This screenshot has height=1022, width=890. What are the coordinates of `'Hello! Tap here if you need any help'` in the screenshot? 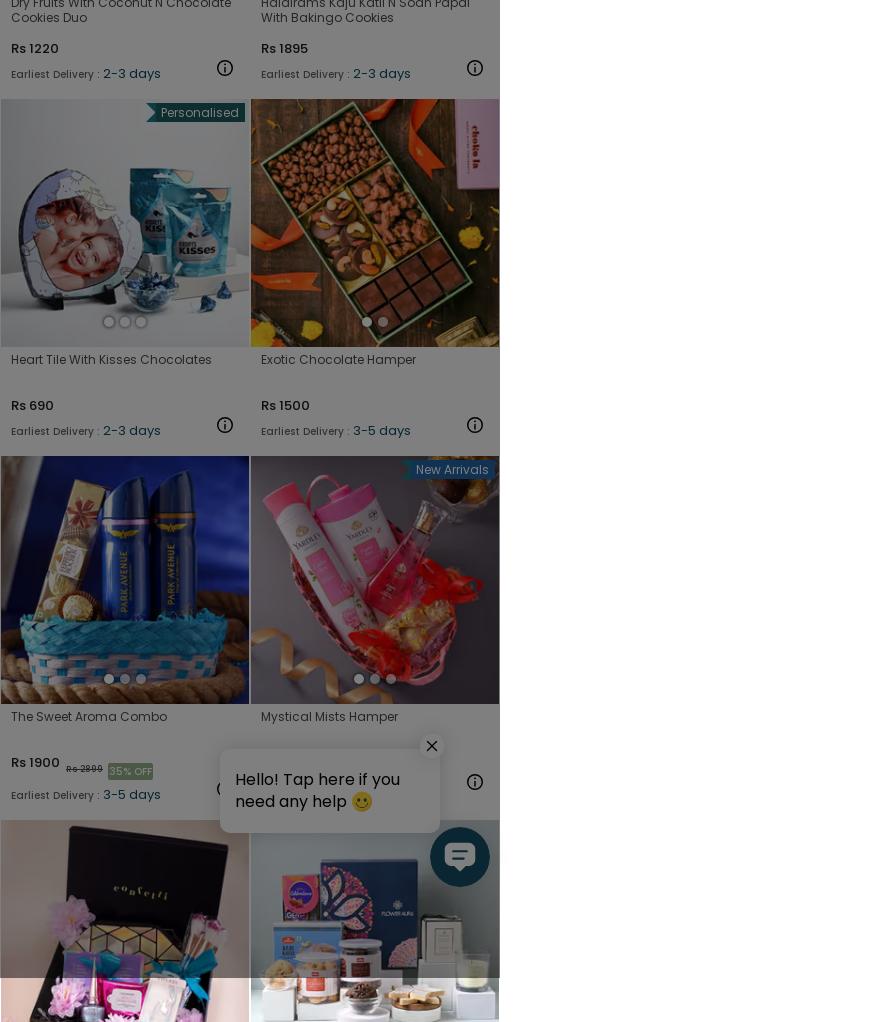 It's located at (317, 789).